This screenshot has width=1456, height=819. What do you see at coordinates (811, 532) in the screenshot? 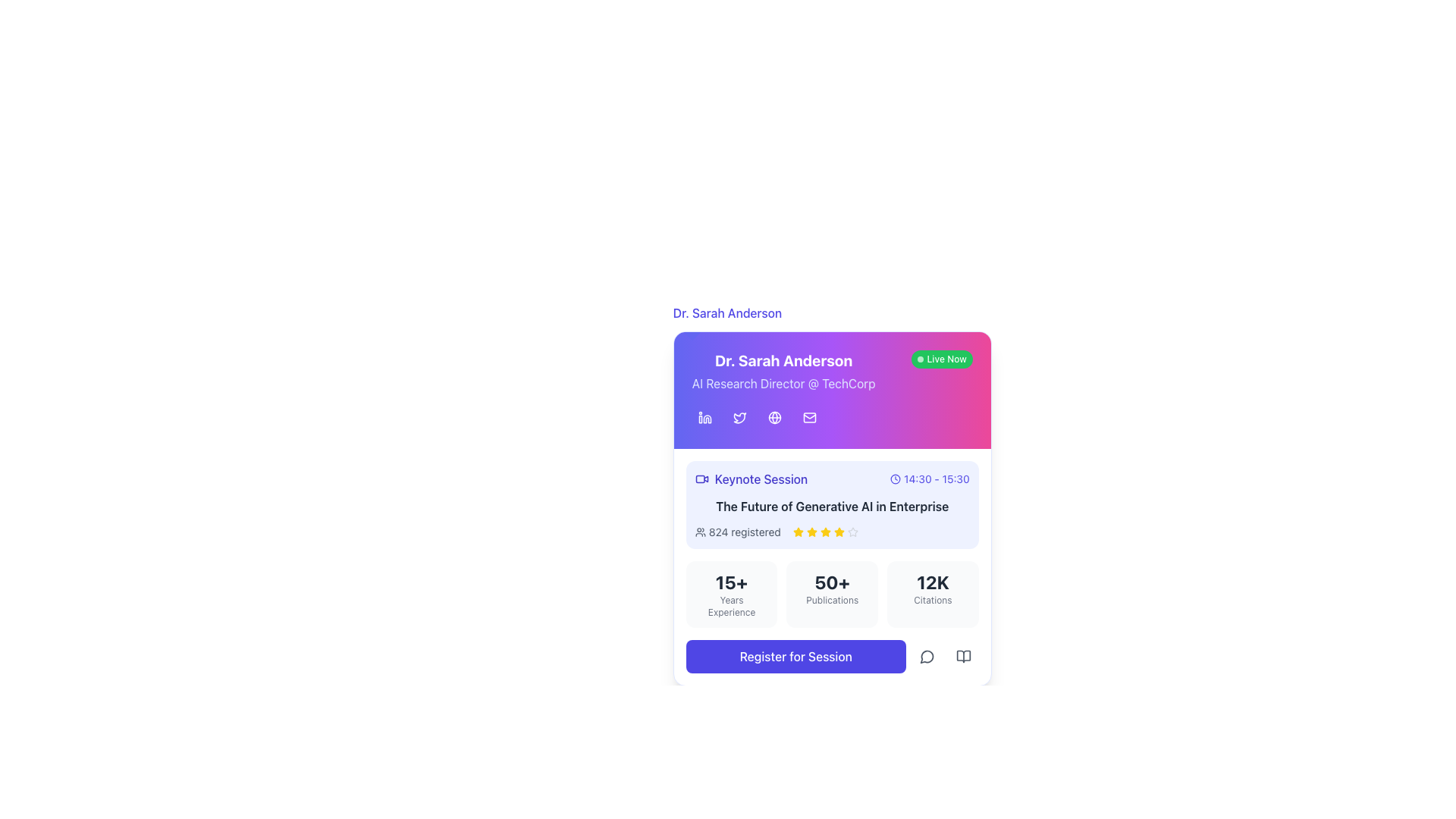
I see `graphic properties of the third yellow star icon in the horizontal rating star row, which is located in the session details section` at bounding box center [811, 532].